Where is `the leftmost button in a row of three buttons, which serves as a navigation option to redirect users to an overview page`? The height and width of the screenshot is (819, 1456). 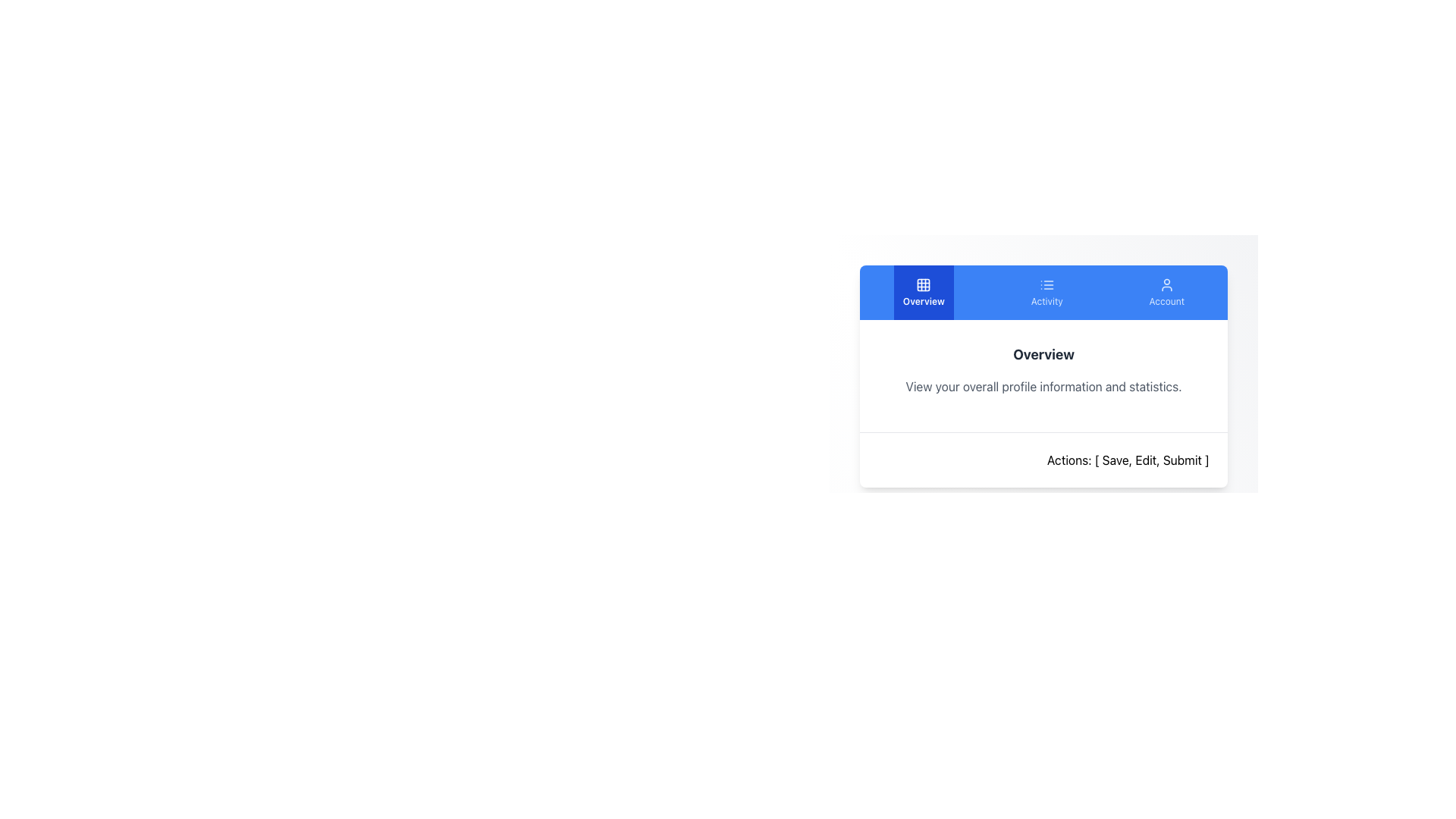 the leftmost button in a row of three buttons, which serves as a navigation option to redirect users to an overview page is located at coordinates (923, 292).